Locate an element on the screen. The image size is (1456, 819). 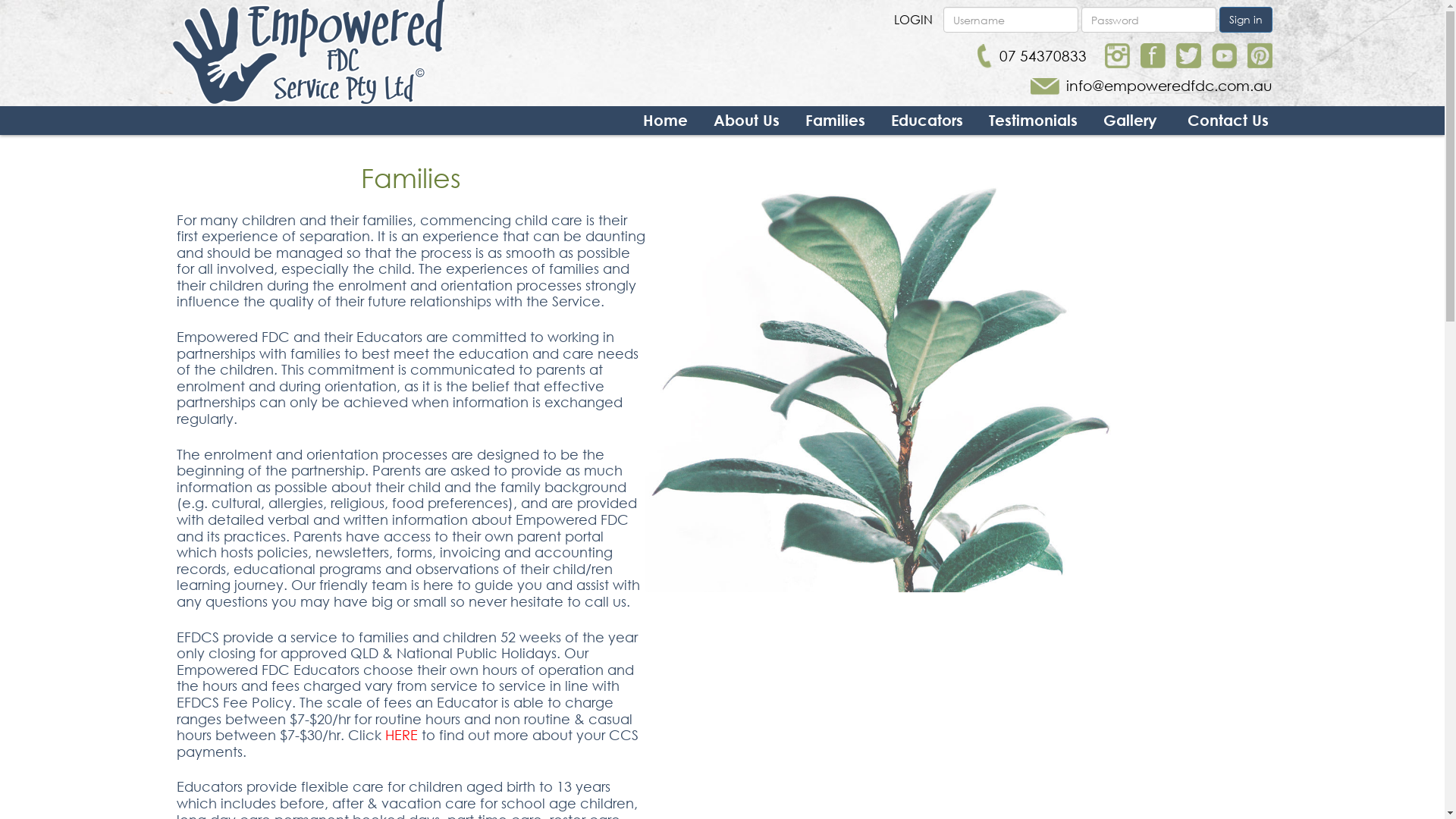
'07 54370833' is located at coordinates (977, 55).